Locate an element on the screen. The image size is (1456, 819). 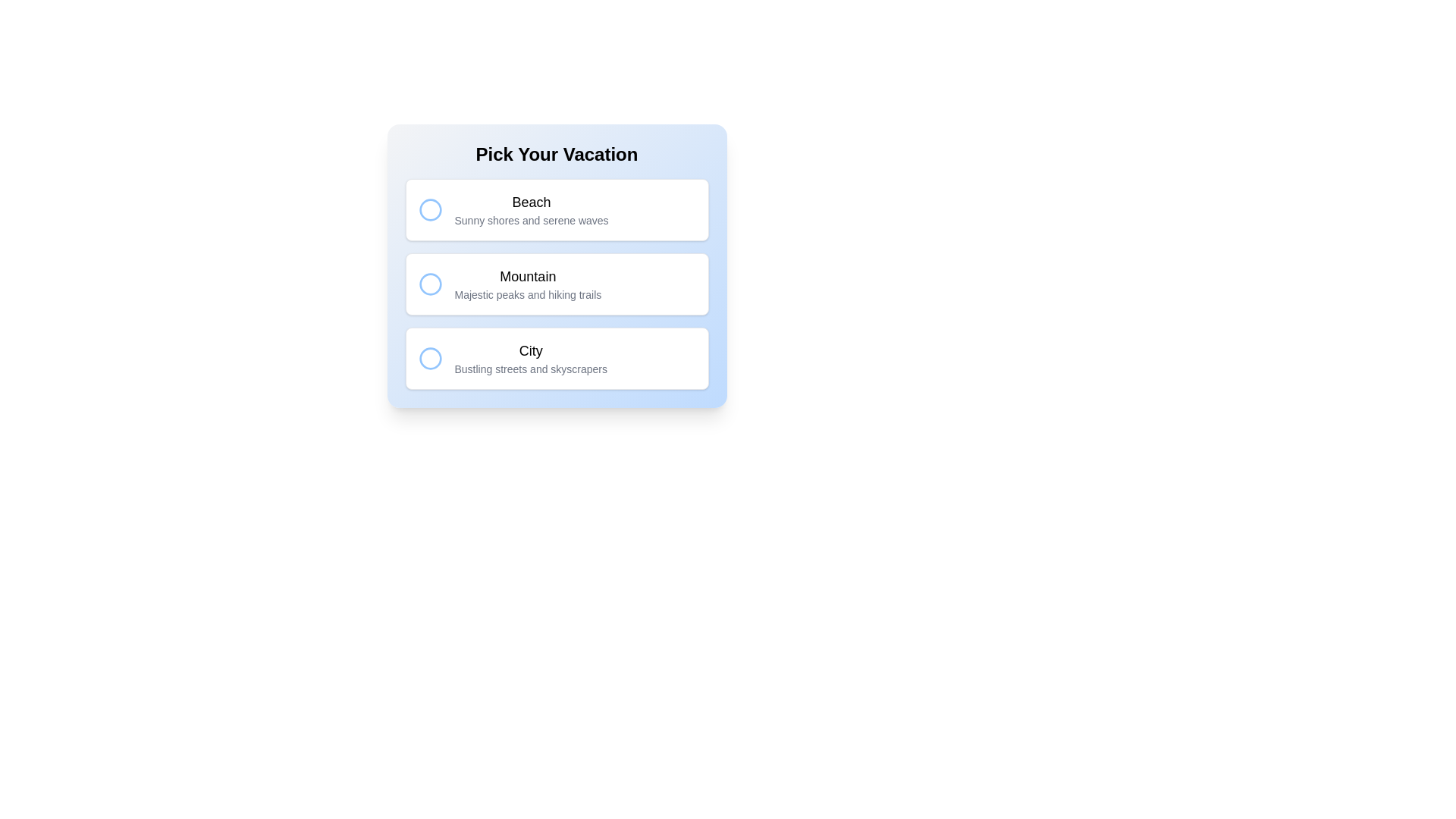
the second radio button in a vertical list, which has a hollow center and a blue border is located at coordinates (429, 284).